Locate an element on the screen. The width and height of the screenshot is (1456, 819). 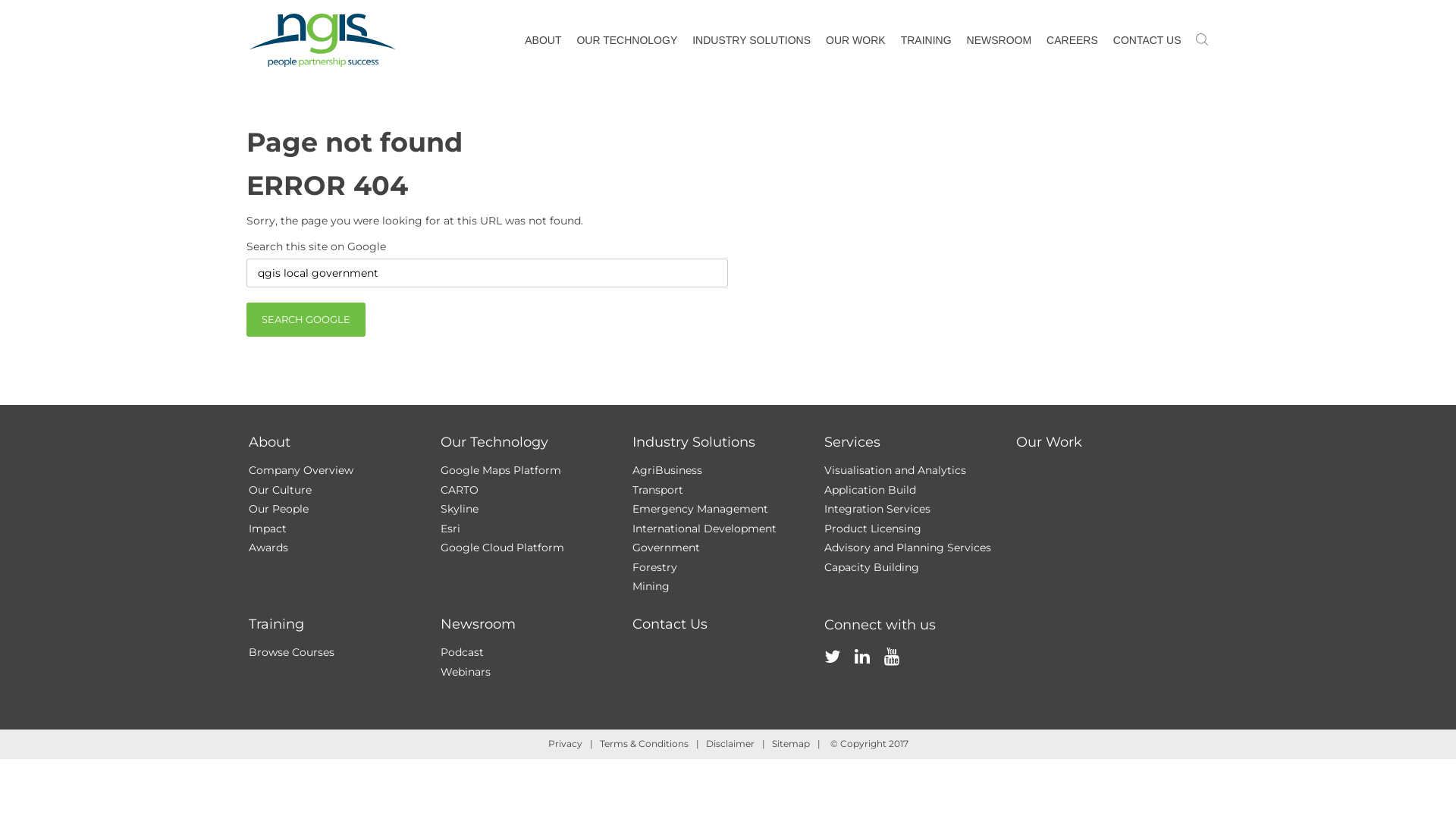
'Newsroom' is located at coordinates (476, 623).